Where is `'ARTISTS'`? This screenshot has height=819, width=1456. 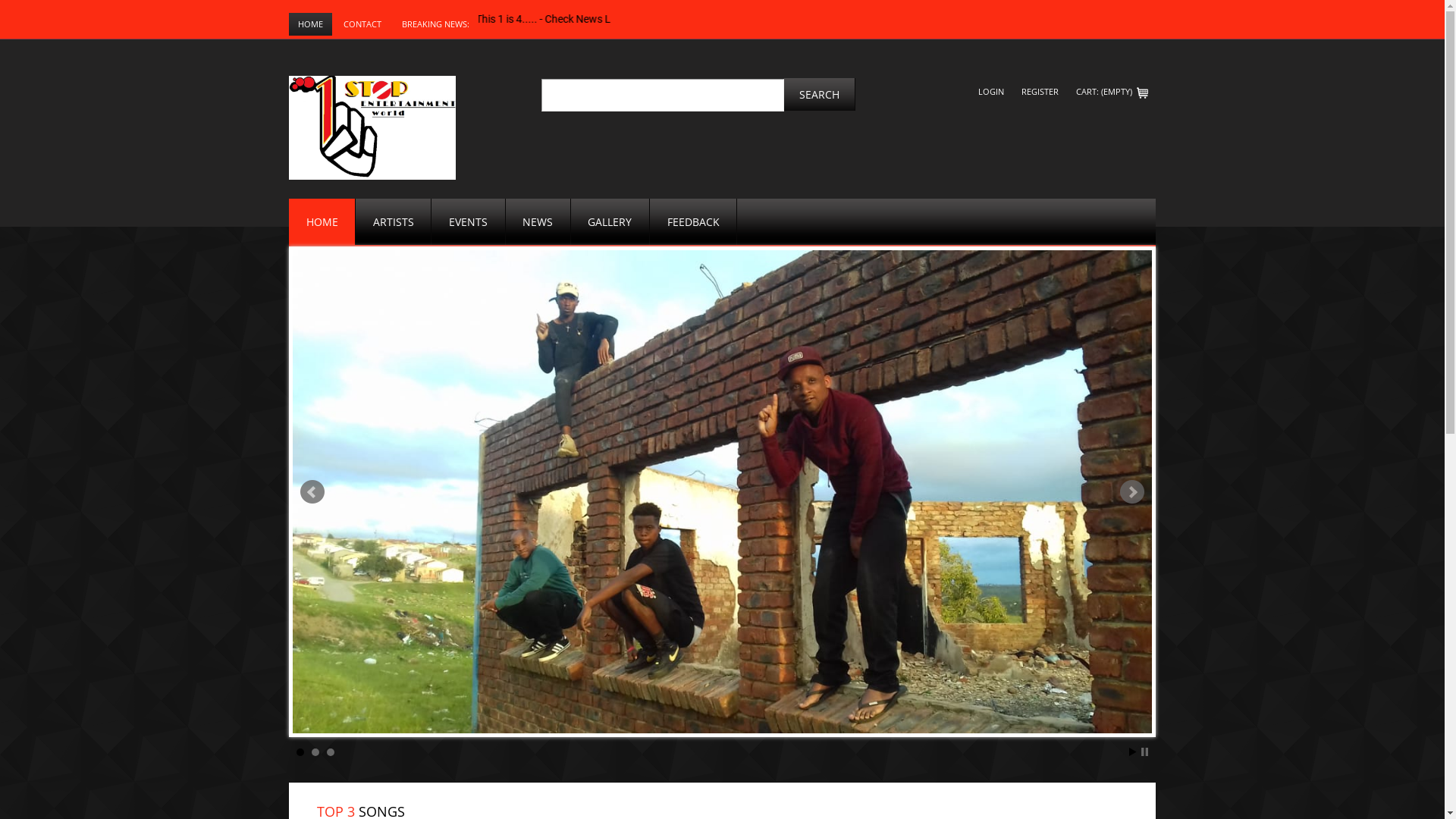
'ARTISTS' is located at coordinates (355, 221).